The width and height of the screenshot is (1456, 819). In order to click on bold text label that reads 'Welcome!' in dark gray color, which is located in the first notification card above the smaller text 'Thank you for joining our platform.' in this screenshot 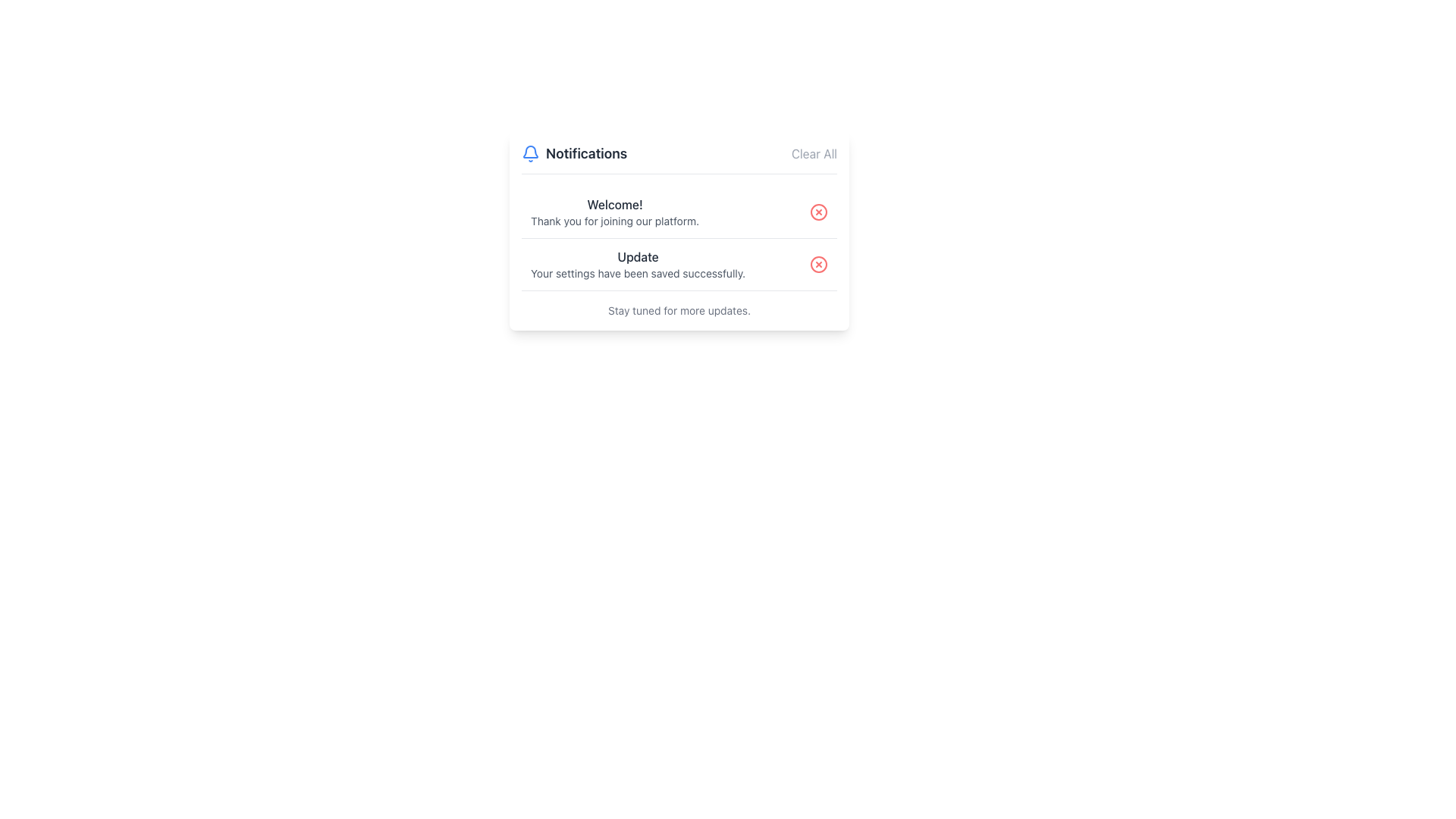, I will do `click(615, 205)`.